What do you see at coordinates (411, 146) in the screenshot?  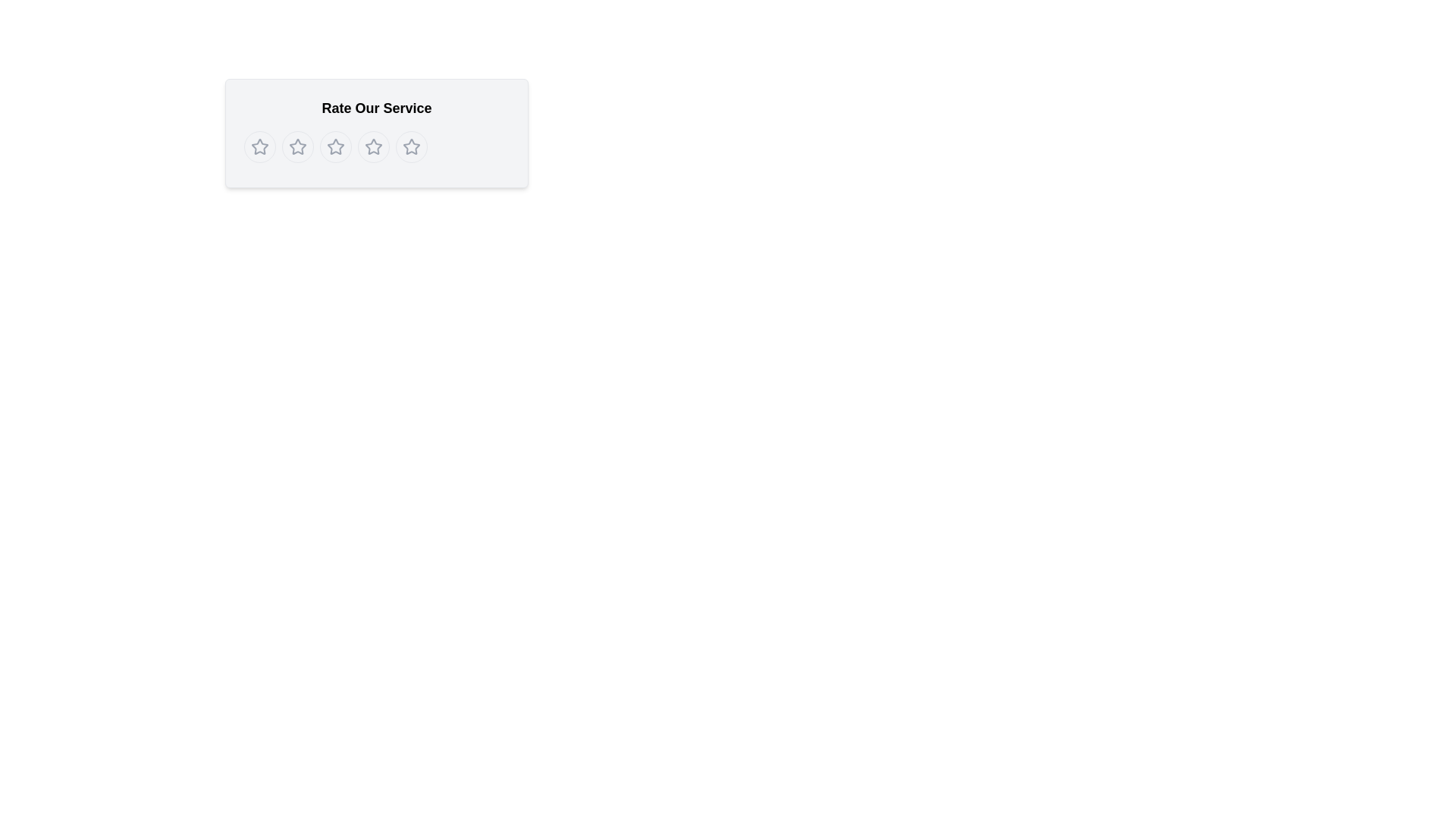 I see `the fifth star icon in the star-based rating UI` at bounding box center [411, 146].